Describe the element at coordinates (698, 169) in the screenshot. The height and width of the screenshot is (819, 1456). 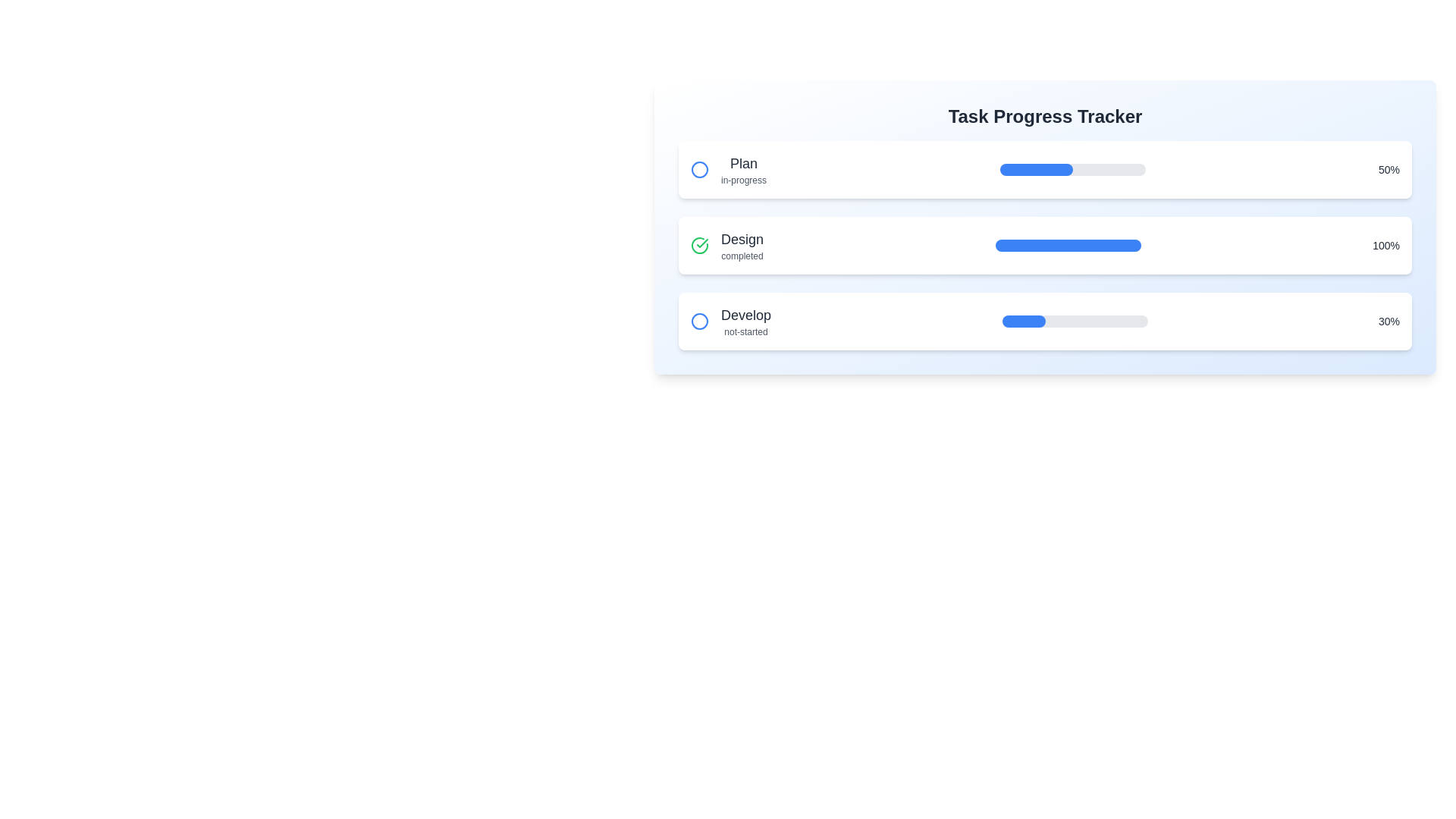
I see `the status indicator icon (circle)` at that location.